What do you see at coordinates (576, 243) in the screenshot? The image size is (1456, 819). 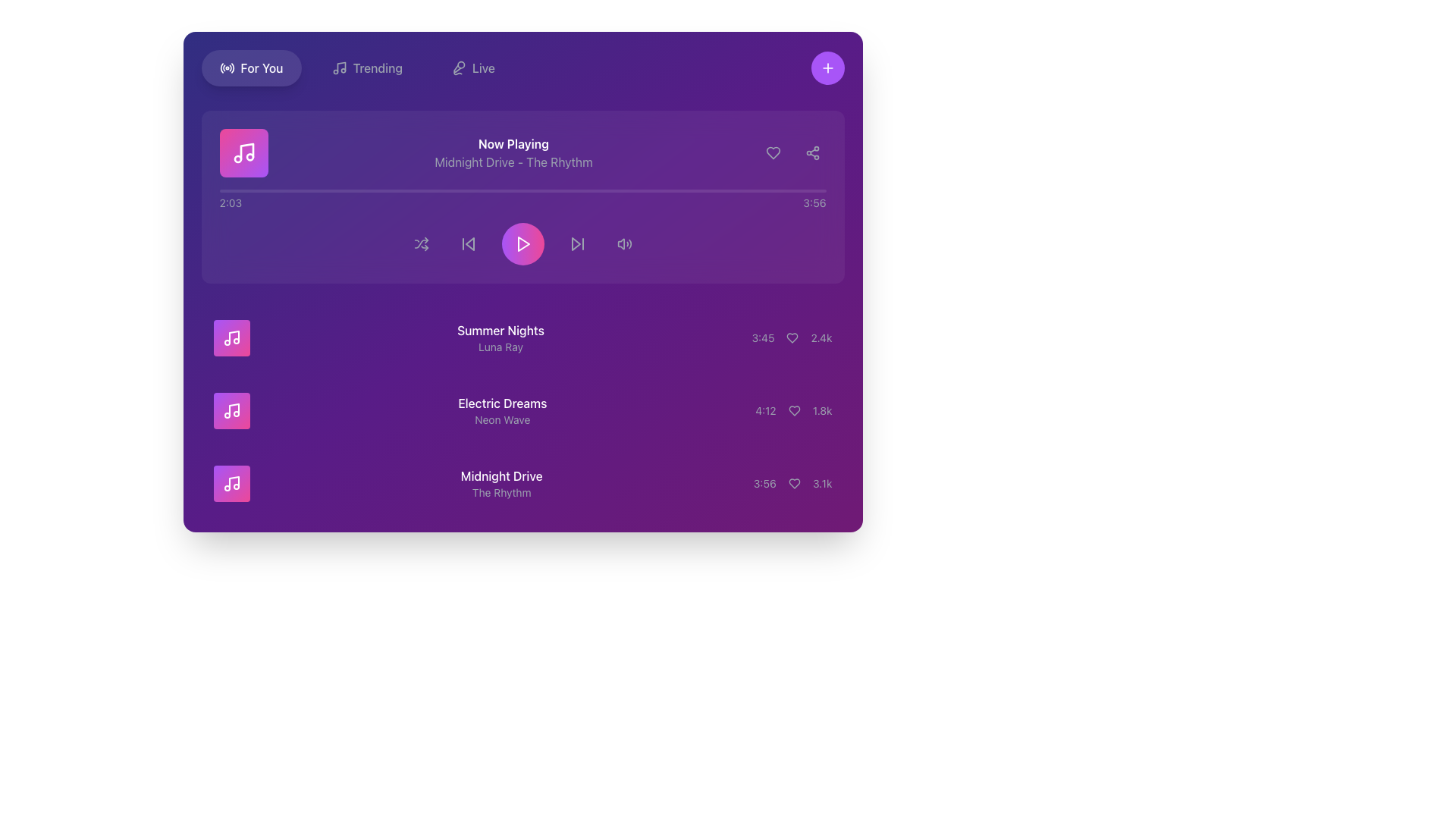 I see `the 'Next Track' button, which is located centrally in the interface, positioned to the right of the play button and to the left of the volume control icon, to skip to the next track` at bounding box center [576, 243].